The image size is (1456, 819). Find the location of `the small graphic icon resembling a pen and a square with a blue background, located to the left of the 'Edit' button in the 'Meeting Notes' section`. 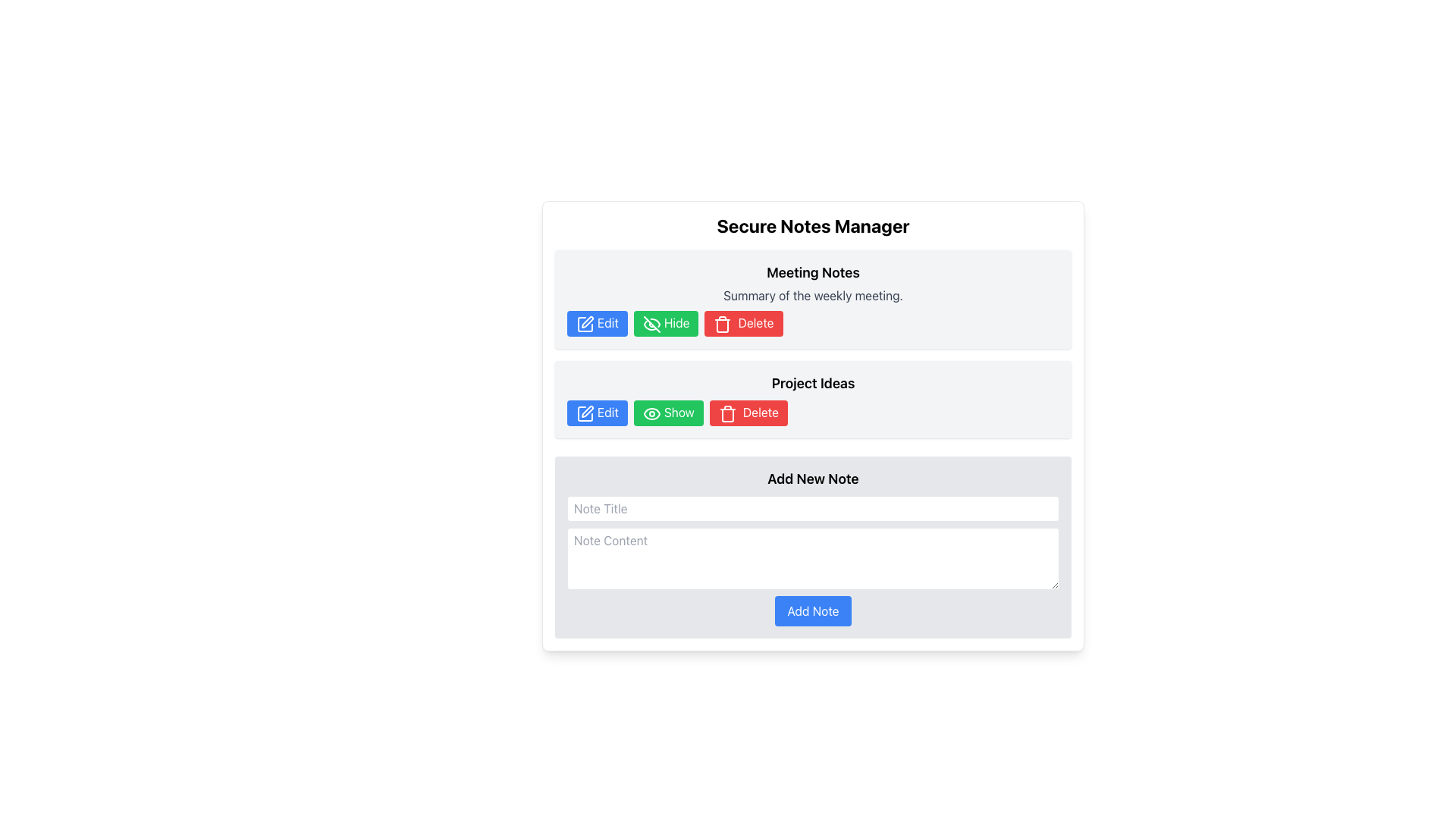

the small graphic icon resembling a pen and a square with a blue background, located to the left of the 'Edit' button in the 'Meeting Notes' section is located at coordinates (585, 323).